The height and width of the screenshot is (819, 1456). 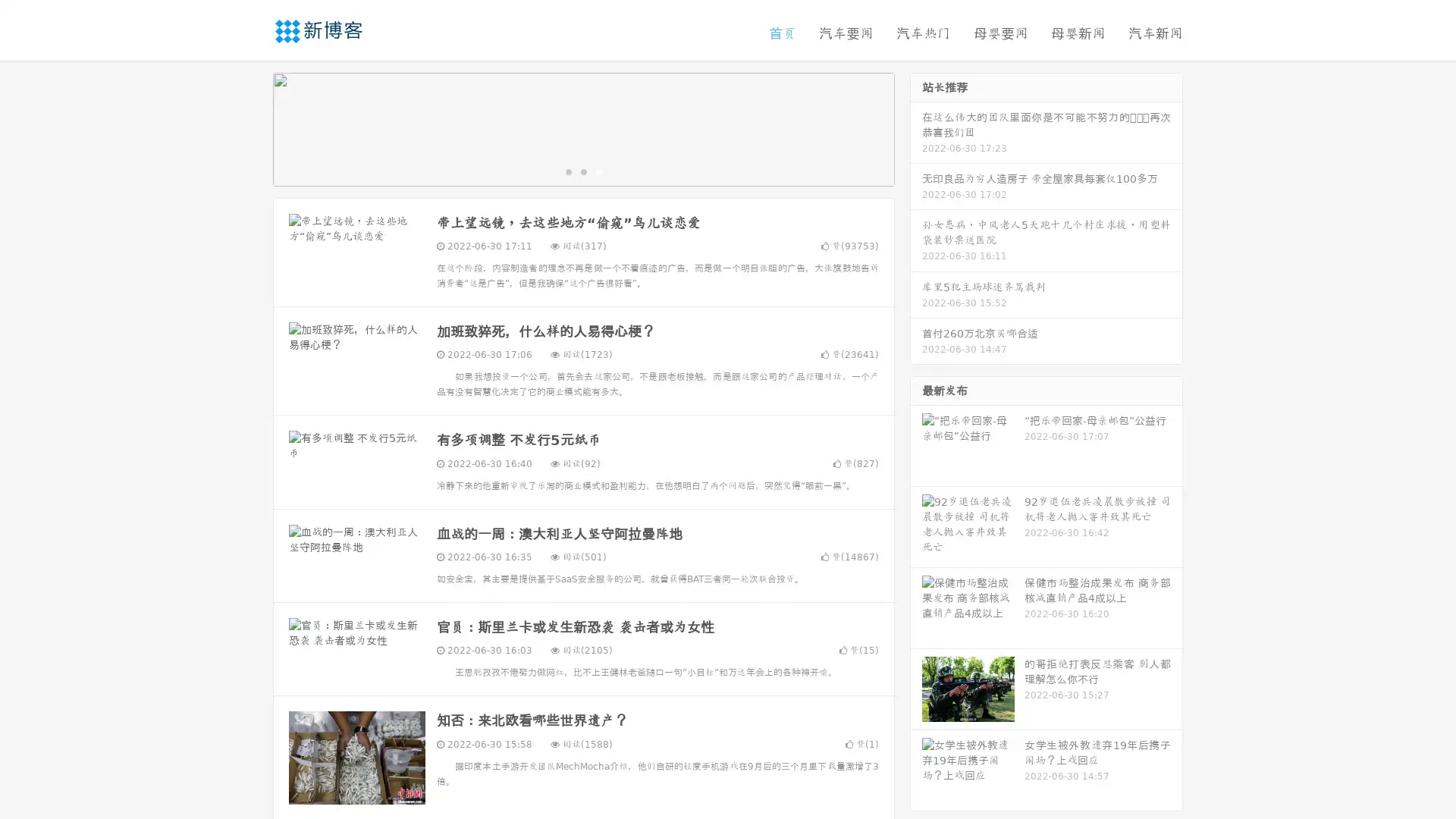 What do you see at coordinates (916, 127) in the screenshot?
I see `Next slide` at bounding box center [916, 127].